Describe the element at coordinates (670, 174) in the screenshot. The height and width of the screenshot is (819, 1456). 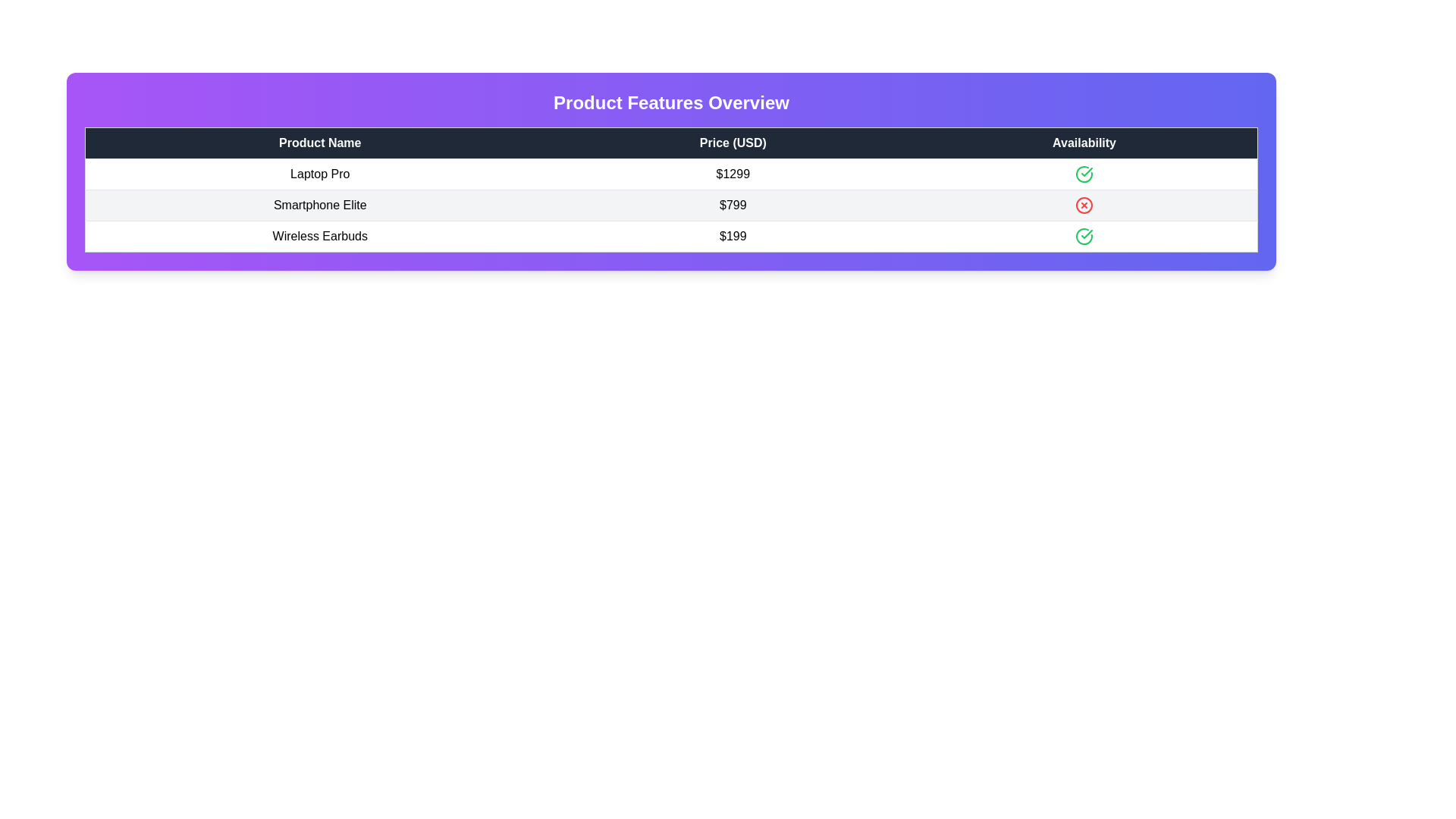
I see `the first row in the 'Product Features Overview' table that displays information about the product 'Laptop Pro'` at that location.